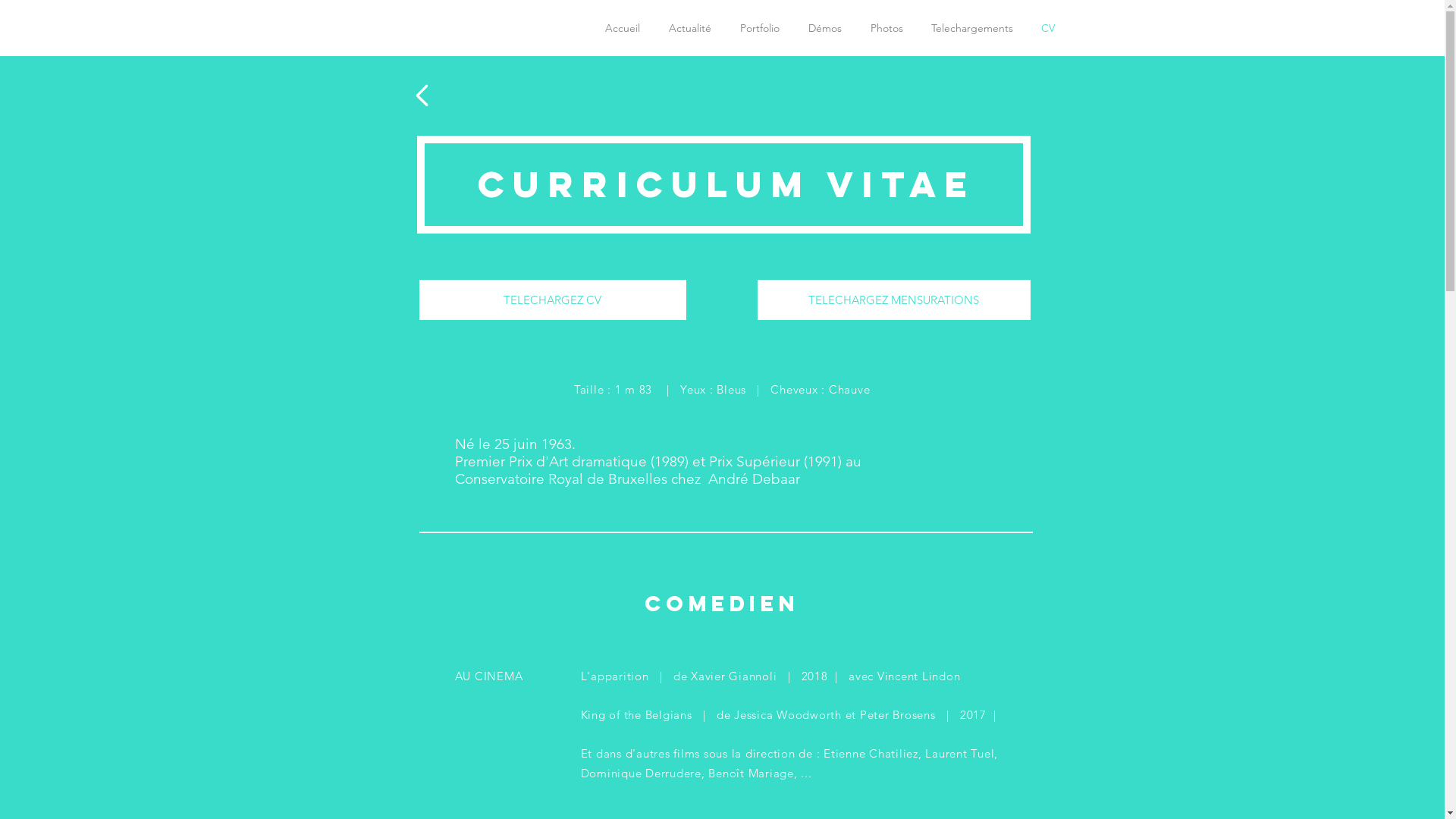 This screenshot has height=819, width=1456. What do you see at coordinates (757, 300) in the screenshot?
I see `'TELECHARGEZ MENSURATIONS'` at bounding box center [757, 300].